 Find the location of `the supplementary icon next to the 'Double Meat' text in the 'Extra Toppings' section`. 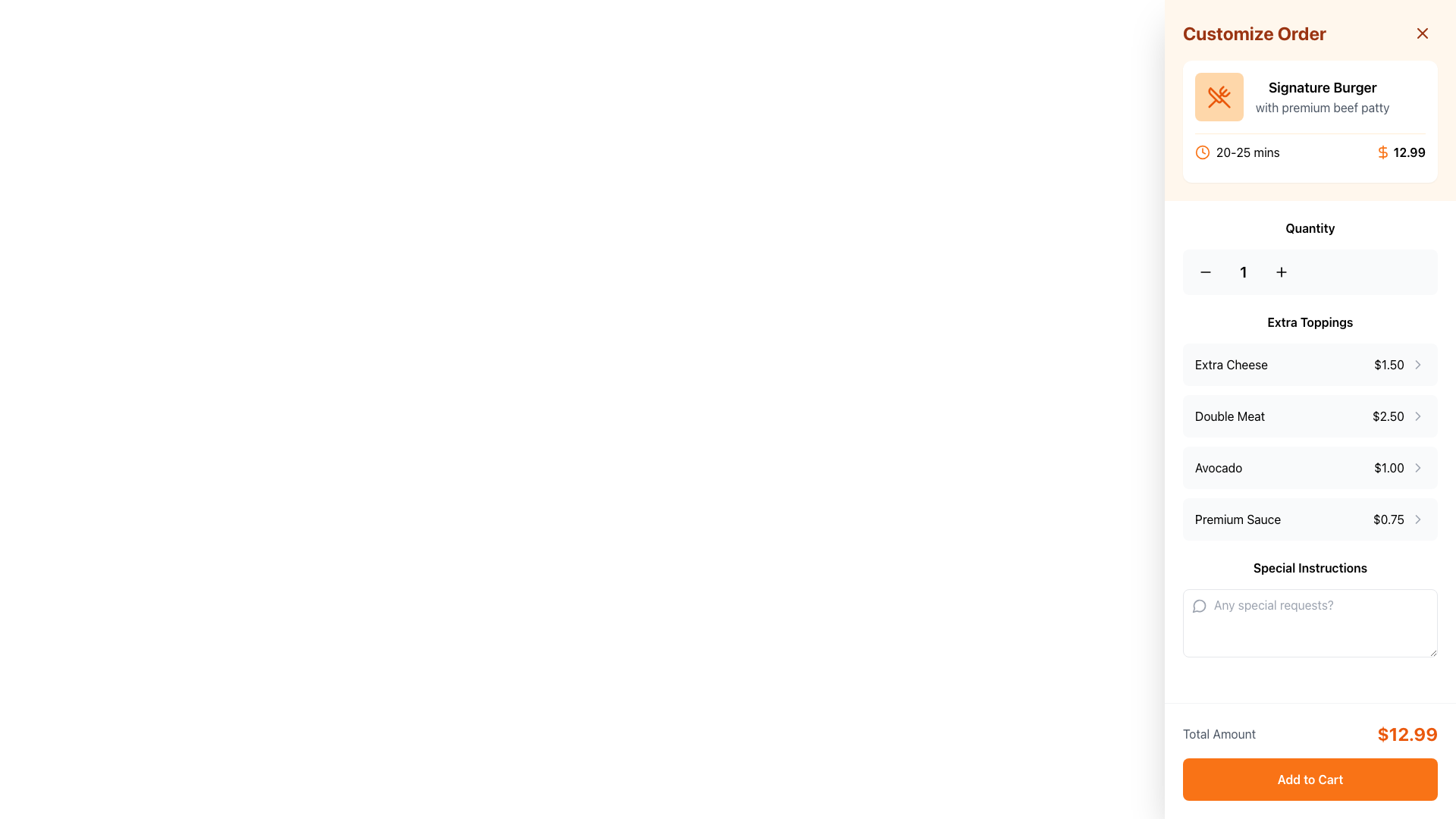

the supplementary icon next to the 'Double Meat' text in the 'Extra Toppings' section is located at coordinates (1398, 416).